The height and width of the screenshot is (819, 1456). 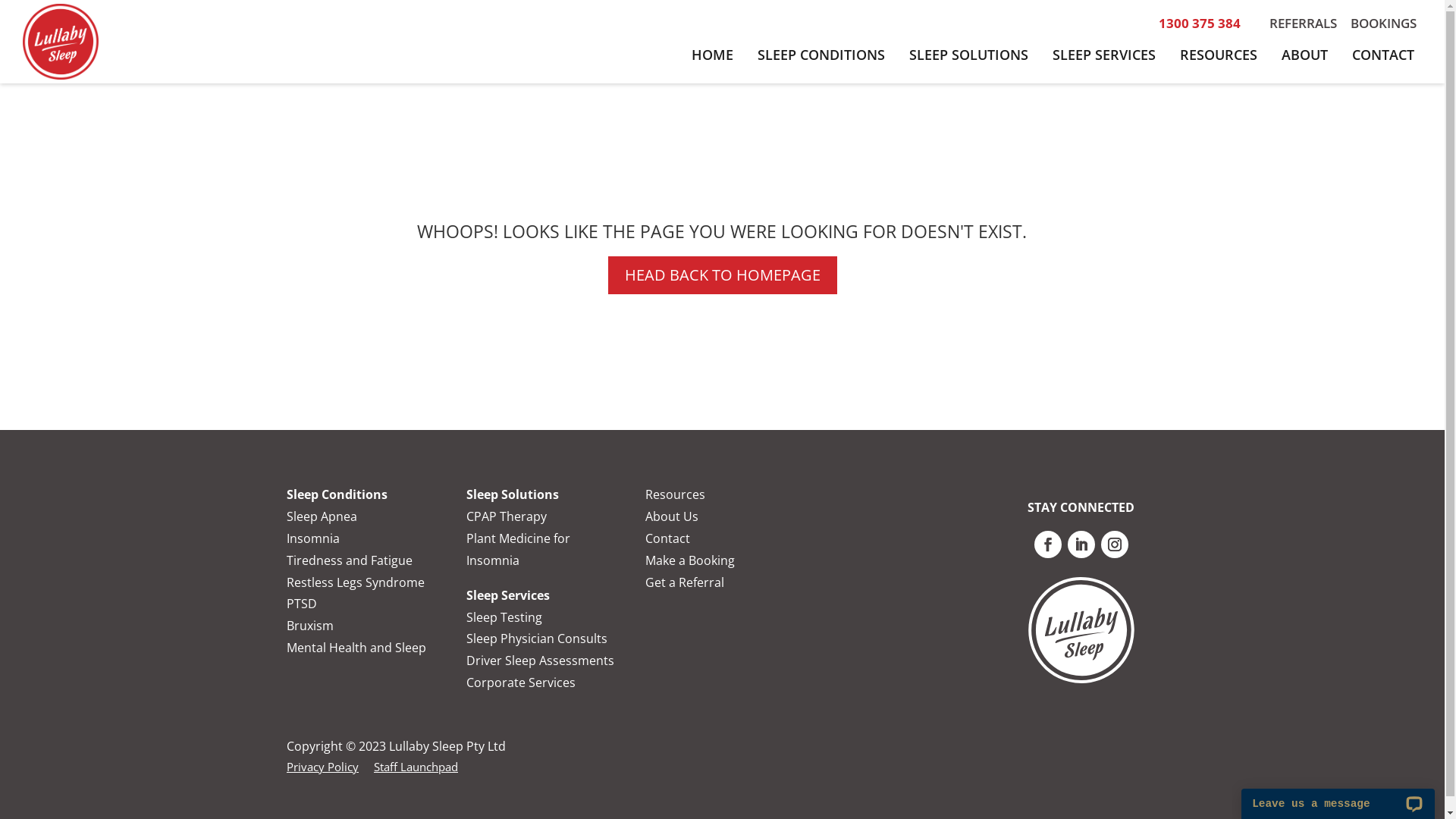 I want to click on 'Follow on LinkedIn', so click(x=1066, y=543).